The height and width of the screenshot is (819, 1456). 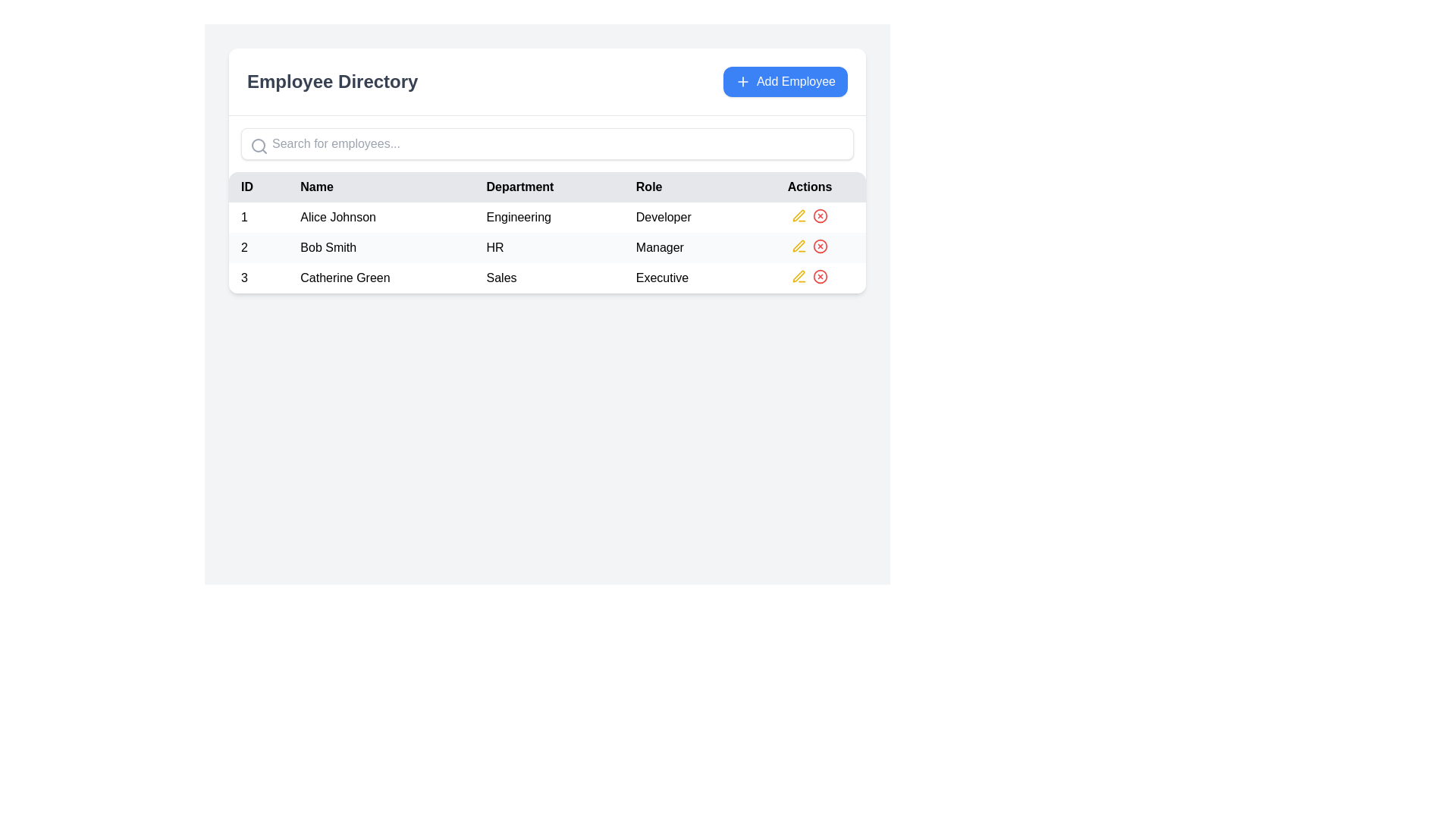 What do you see at coordinates (259, 146) in the screenshot?
I see `the search box icon located to the left of the placeholder text 'Search for employees...'` at bounding box center [259, 146].